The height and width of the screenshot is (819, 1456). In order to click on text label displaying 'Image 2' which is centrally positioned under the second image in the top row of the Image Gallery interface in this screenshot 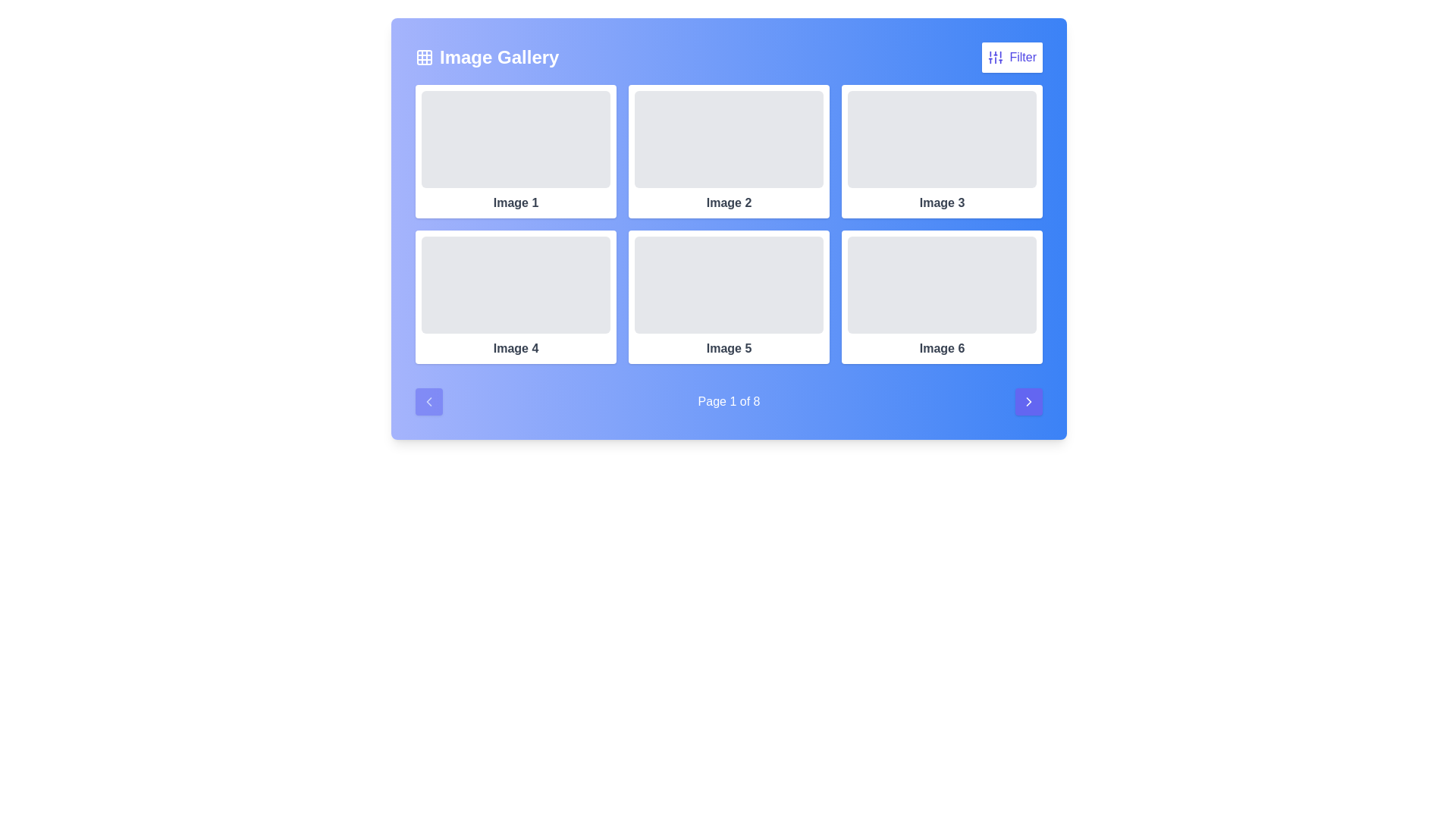, I will do `click(729, 202)`.